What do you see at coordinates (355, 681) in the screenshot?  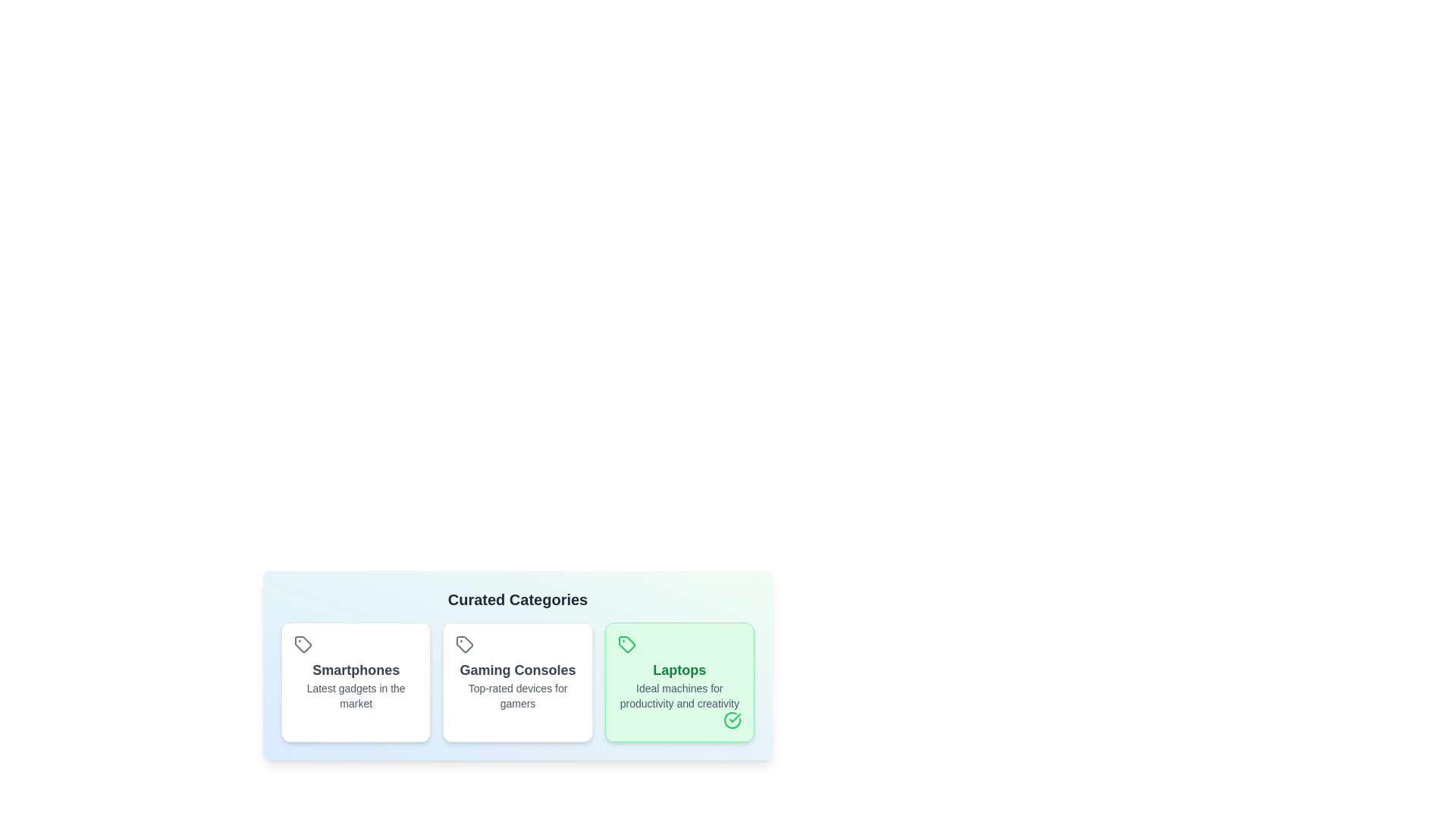 I see `the chip labeled 'Smartphones'` at bounding box center [355, 681].